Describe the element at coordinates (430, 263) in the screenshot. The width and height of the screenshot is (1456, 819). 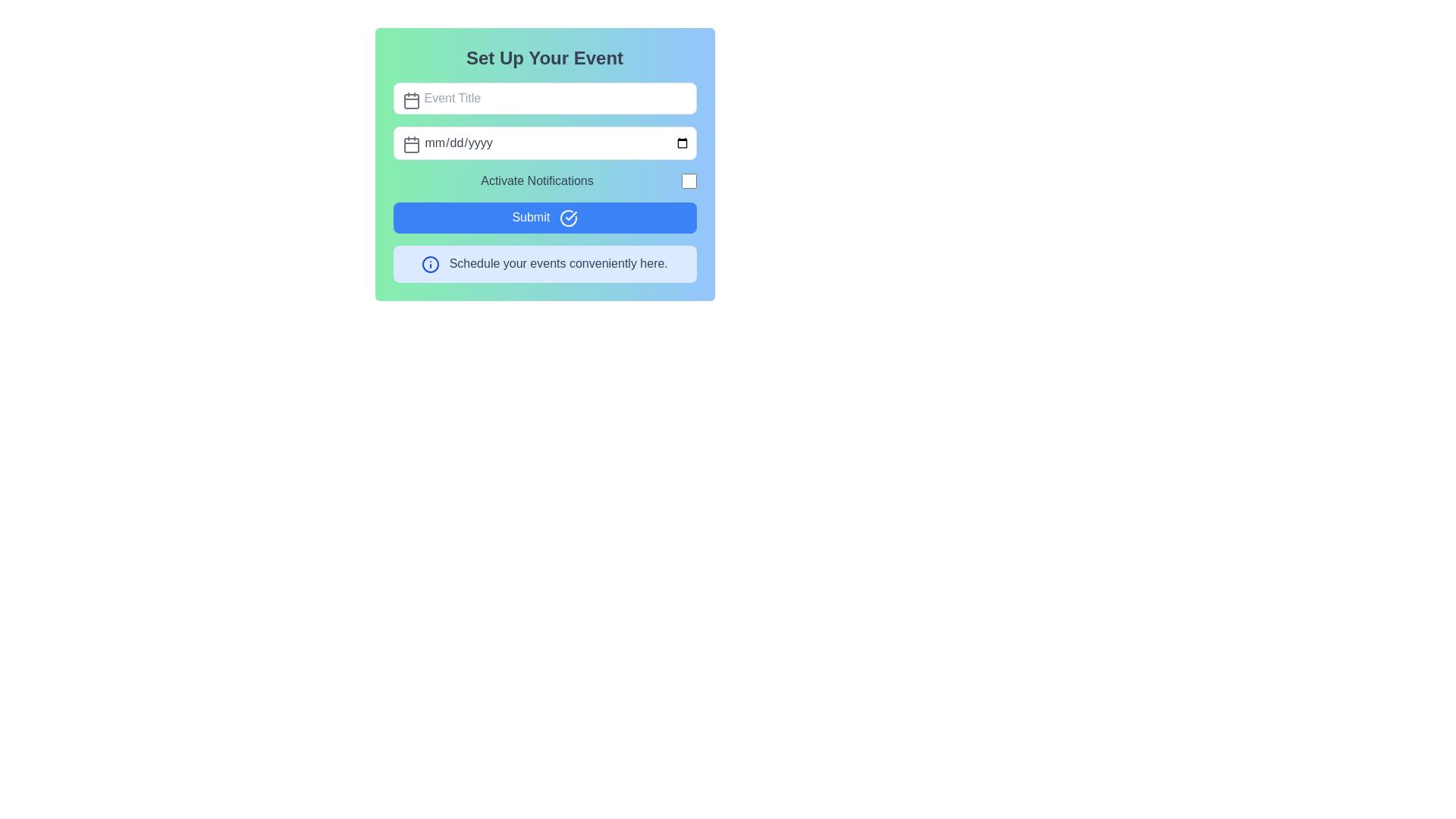
I see `the informational icon represented by a circle` at that location.